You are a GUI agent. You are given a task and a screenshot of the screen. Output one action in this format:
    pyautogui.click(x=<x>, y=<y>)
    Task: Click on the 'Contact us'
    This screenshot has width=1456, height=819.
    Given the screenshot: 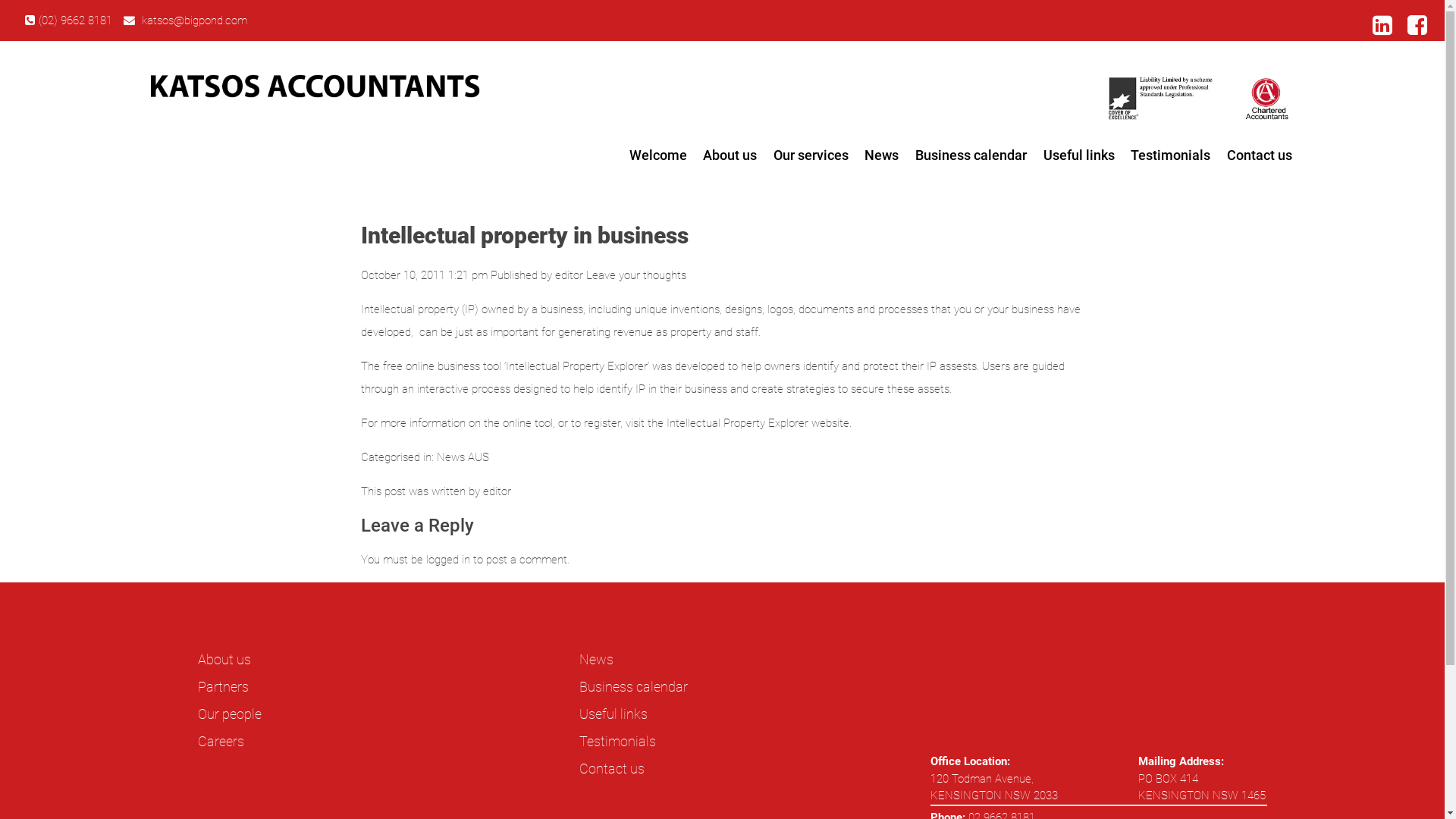 What is the action you would take?
    pyautogui.click(x=1219, y=155)
    